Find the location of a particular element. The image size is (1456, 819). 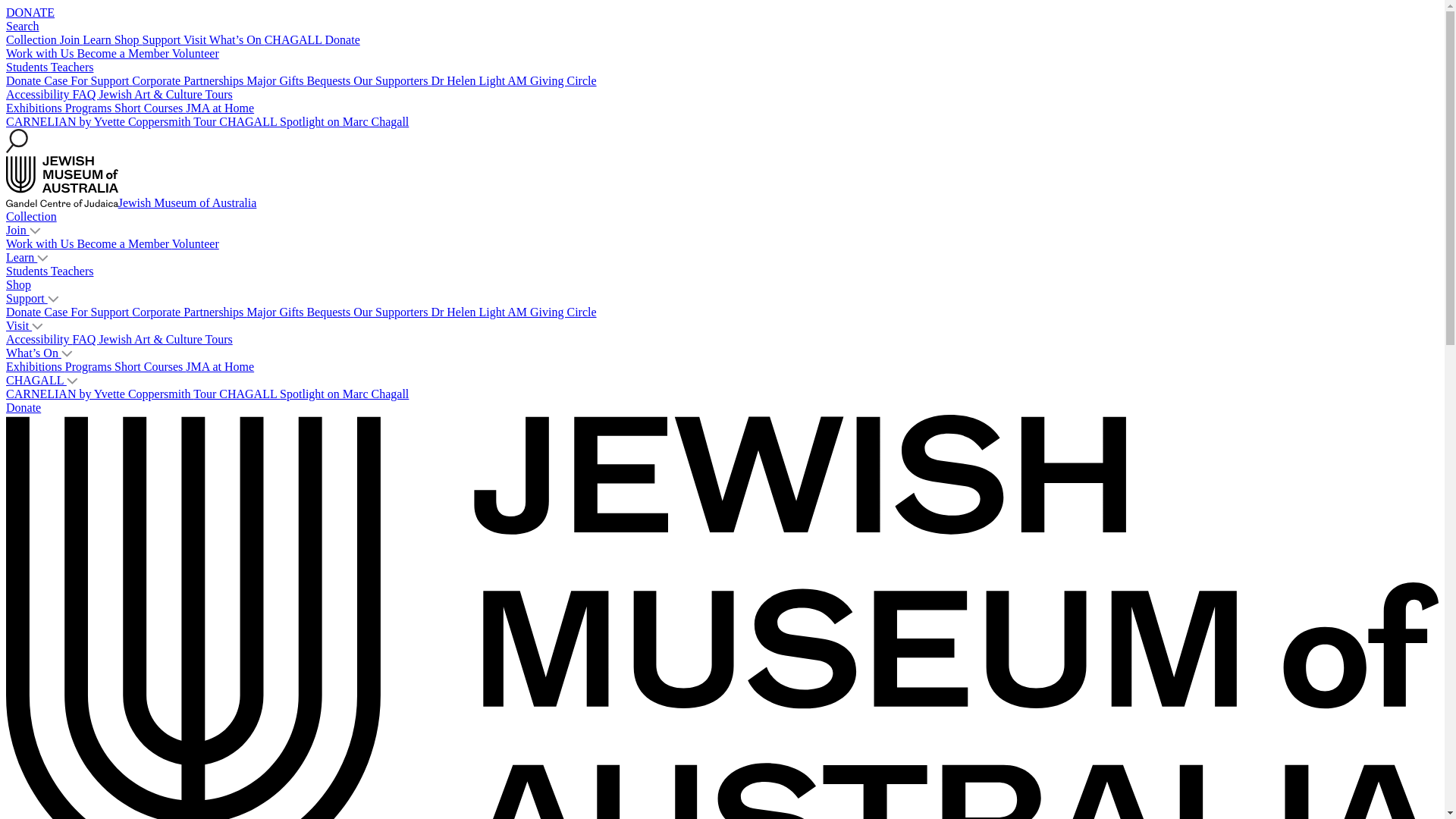

'Support' is located at coordinates (142, 39).